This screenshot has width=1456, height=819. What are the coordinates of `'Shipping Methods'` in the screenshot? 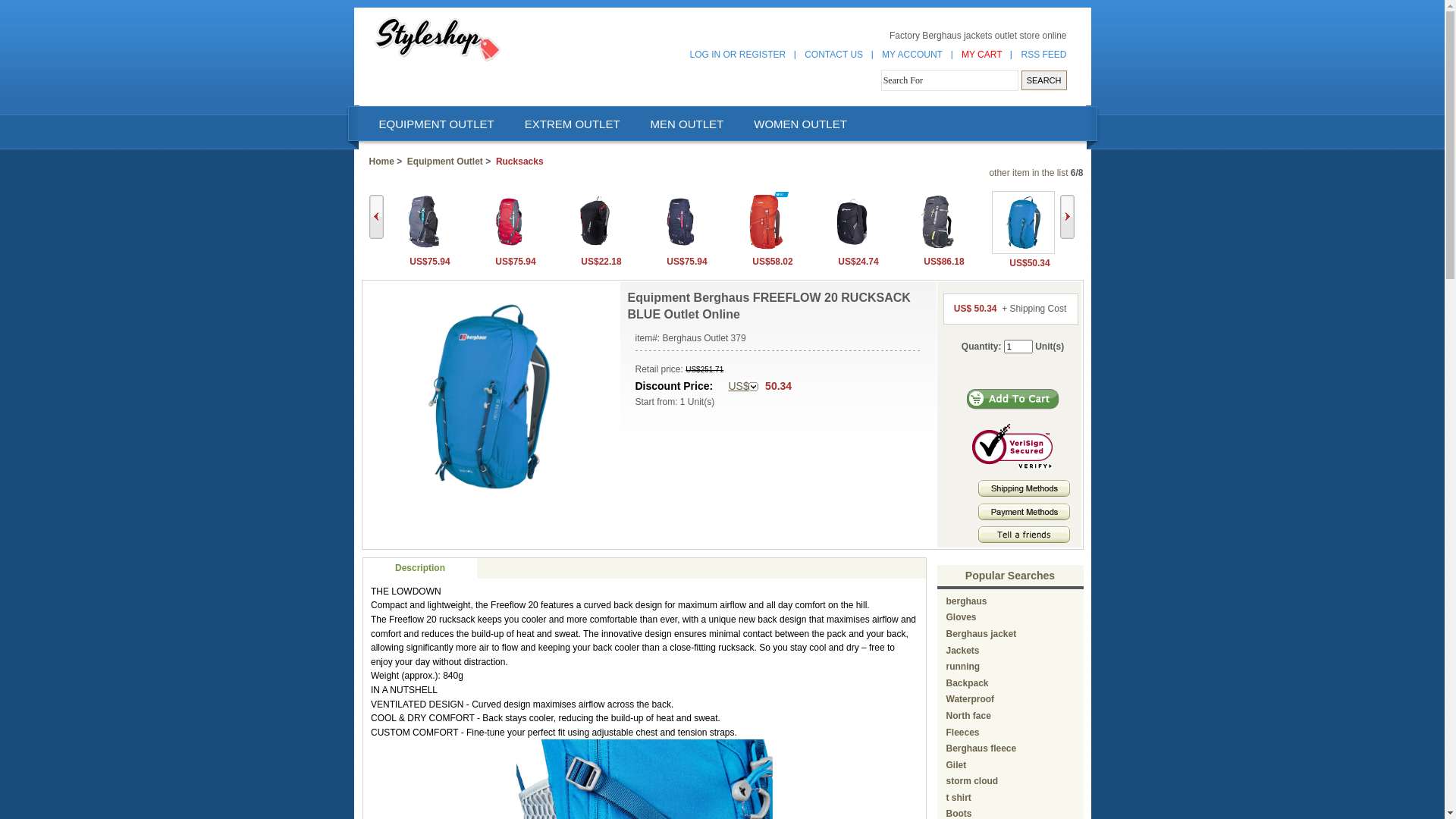 It's located at (1024, 494).